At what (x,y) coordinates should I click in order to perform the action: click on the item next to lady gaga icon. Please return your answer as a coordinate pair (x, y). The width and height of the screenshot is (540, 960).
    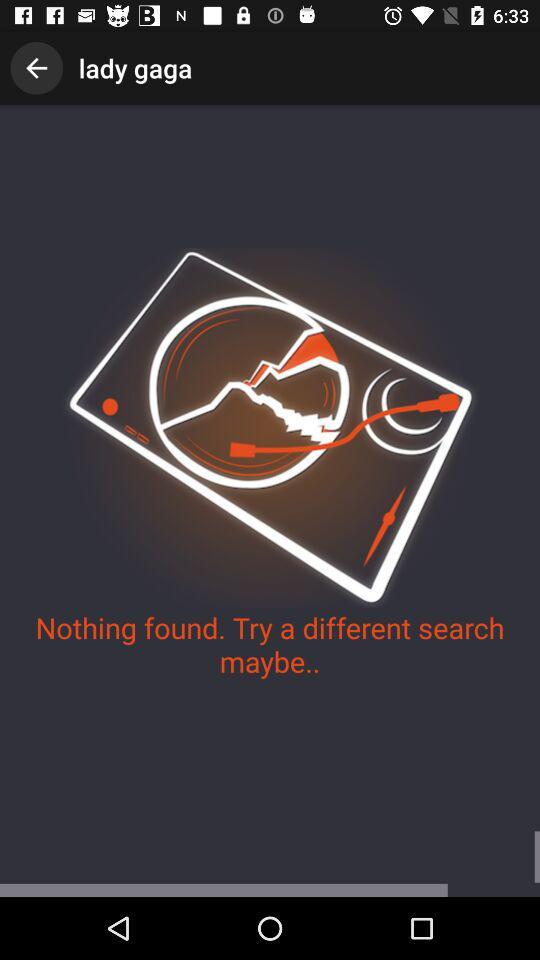
    Looking at the image, I should click on (36, 68).